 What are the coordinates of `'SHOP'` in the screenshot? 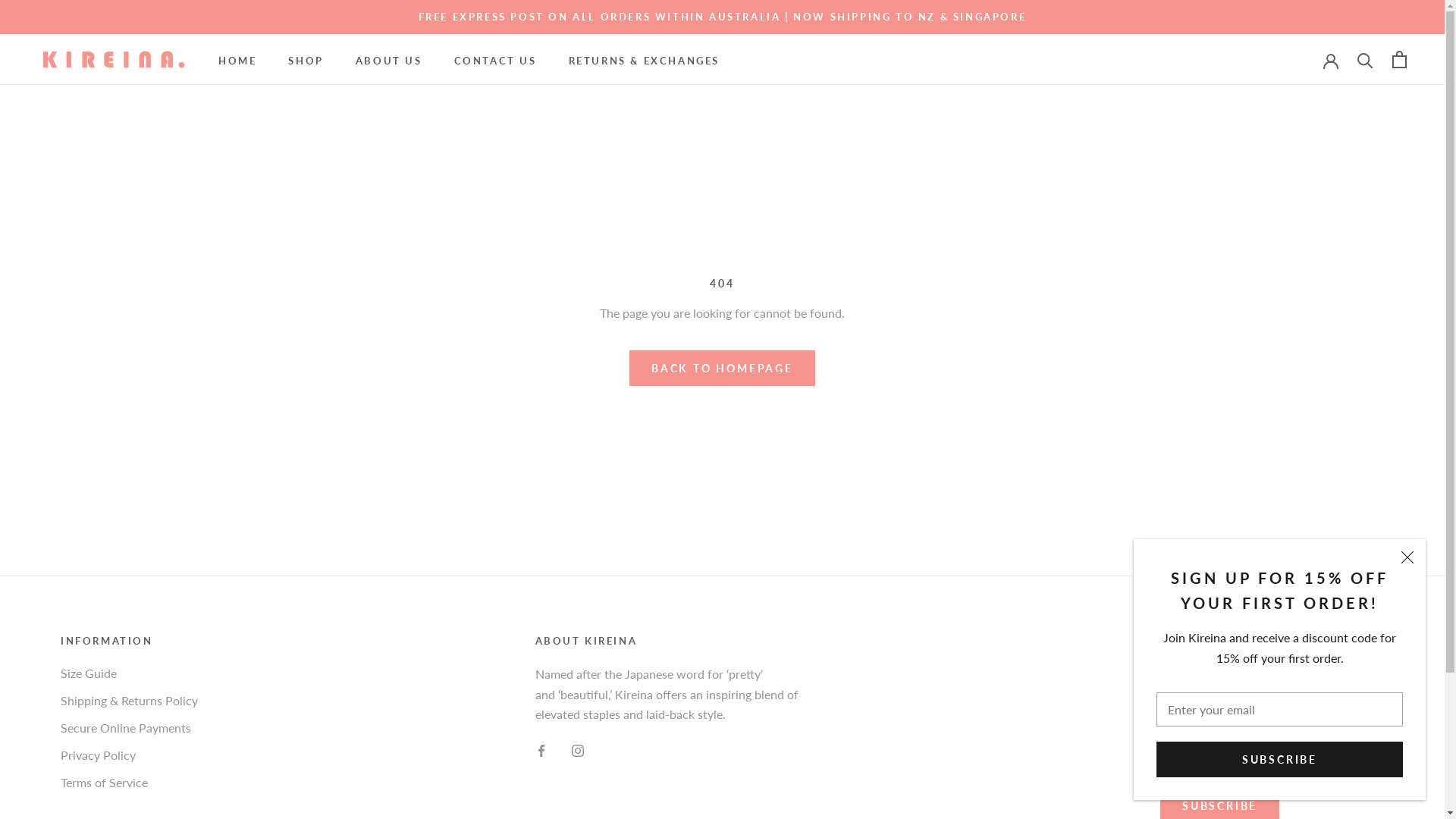 It's located at (305, 60).